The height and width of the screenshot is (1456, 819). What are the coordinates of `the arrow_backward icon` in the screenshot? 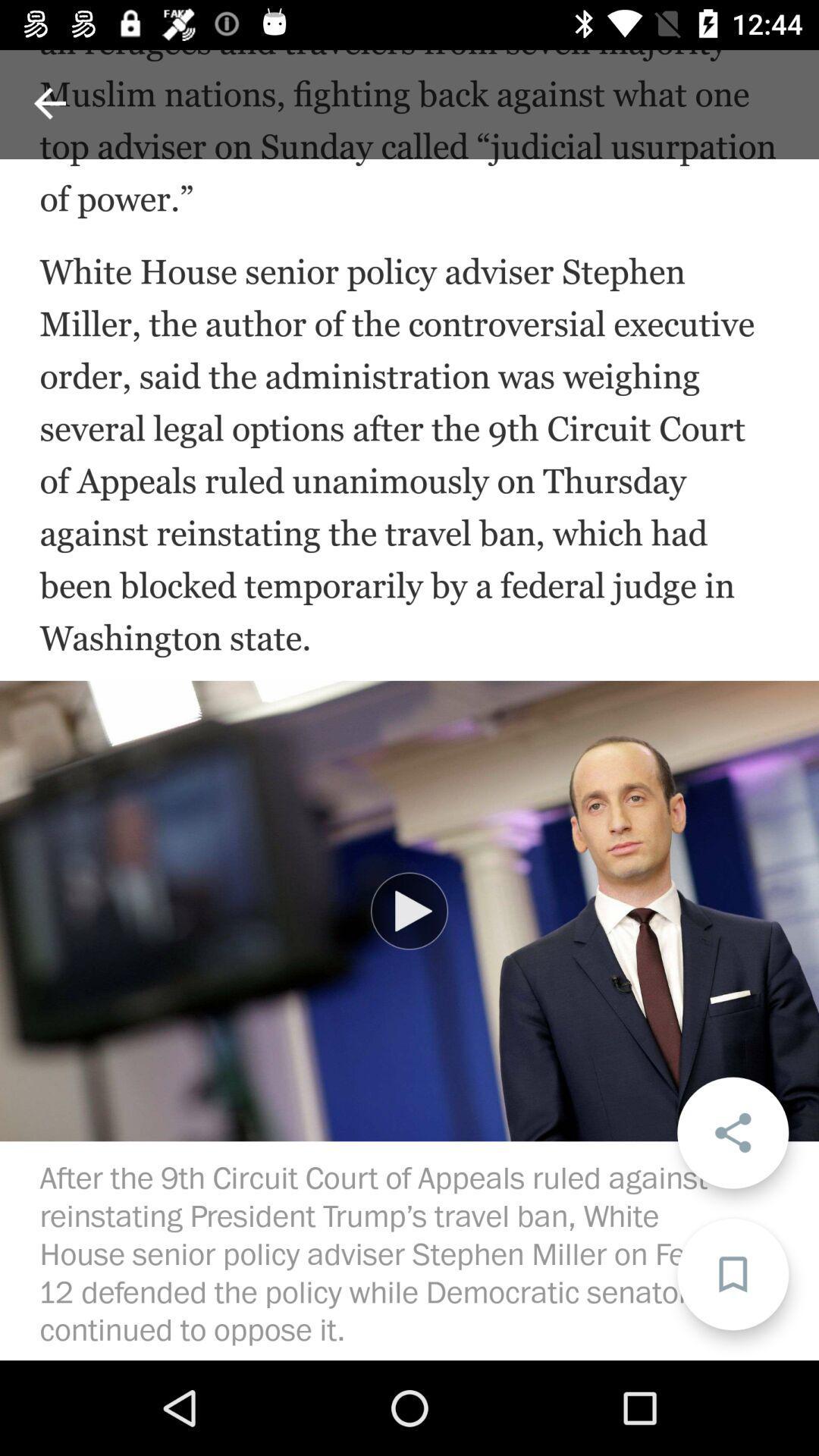 It's located at (49, 102).